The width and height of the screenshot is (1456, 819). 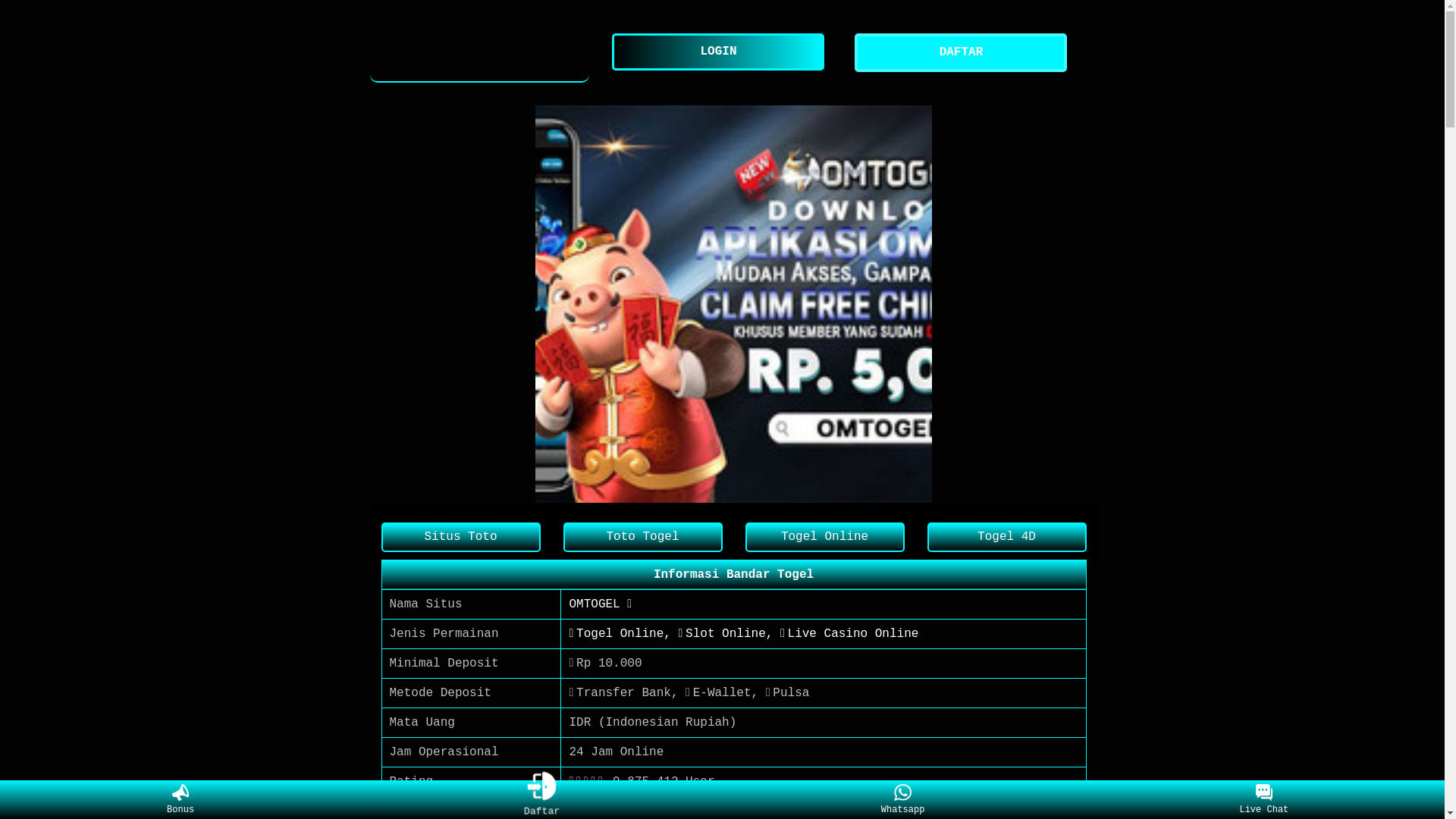 I want to click on 'LOGIN', so click(x=720, y=51).